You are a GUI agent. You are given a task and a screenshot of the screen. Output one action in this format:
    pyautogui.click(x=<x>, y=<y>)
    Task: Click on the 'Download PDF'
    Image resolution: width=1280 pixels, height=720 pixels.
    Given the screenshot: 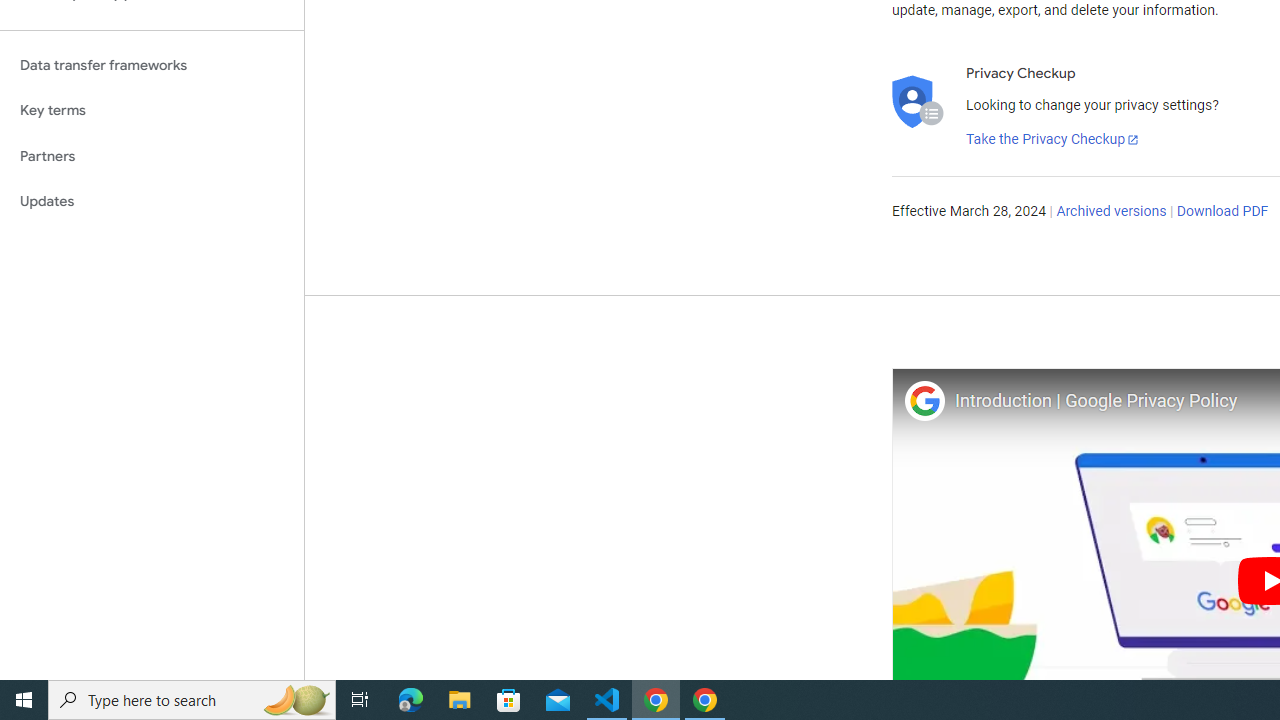 What is the action you would take?
    pyautogui.click(x=1221, y=212)
    